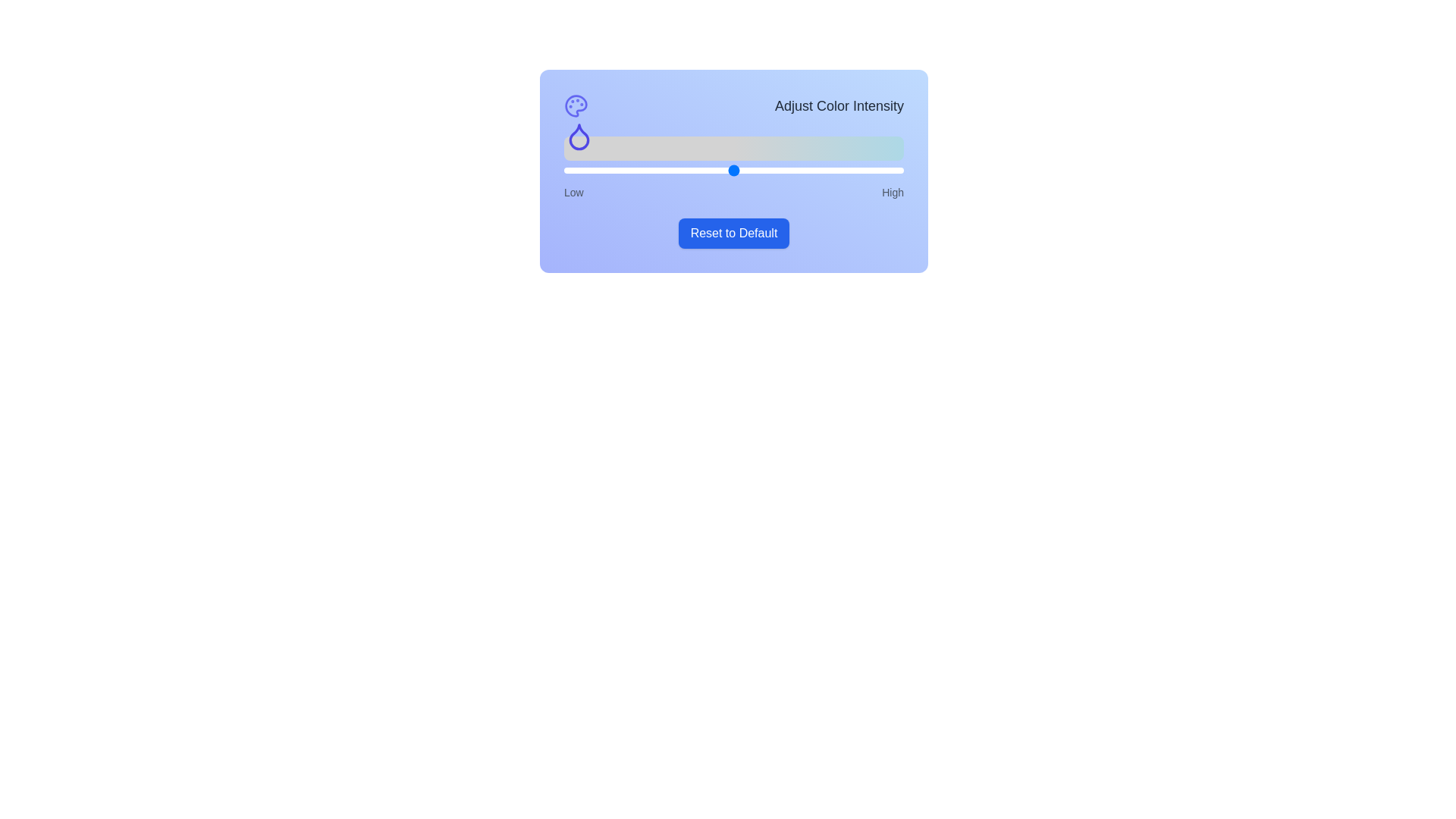 This screenshot has width=1456, height=819. What do you see at coordinates (716, 170) in the screenshot?
I see `the slider to set the color intensity to 45` at bounding box center [716, 170].